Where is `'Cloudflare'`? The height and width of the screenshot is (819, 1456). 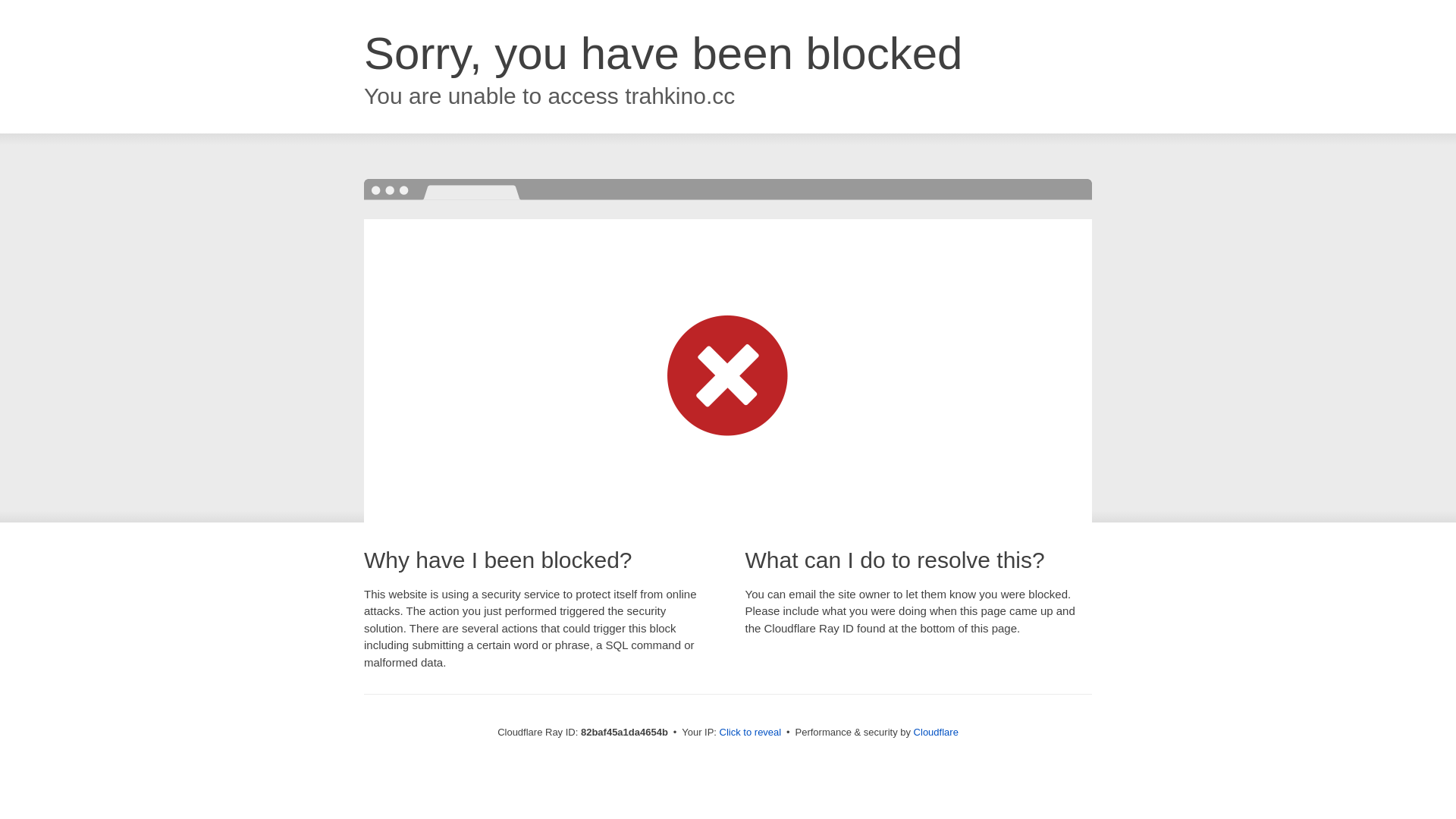 'Cloudflare' is located at coordinates (935, 731).